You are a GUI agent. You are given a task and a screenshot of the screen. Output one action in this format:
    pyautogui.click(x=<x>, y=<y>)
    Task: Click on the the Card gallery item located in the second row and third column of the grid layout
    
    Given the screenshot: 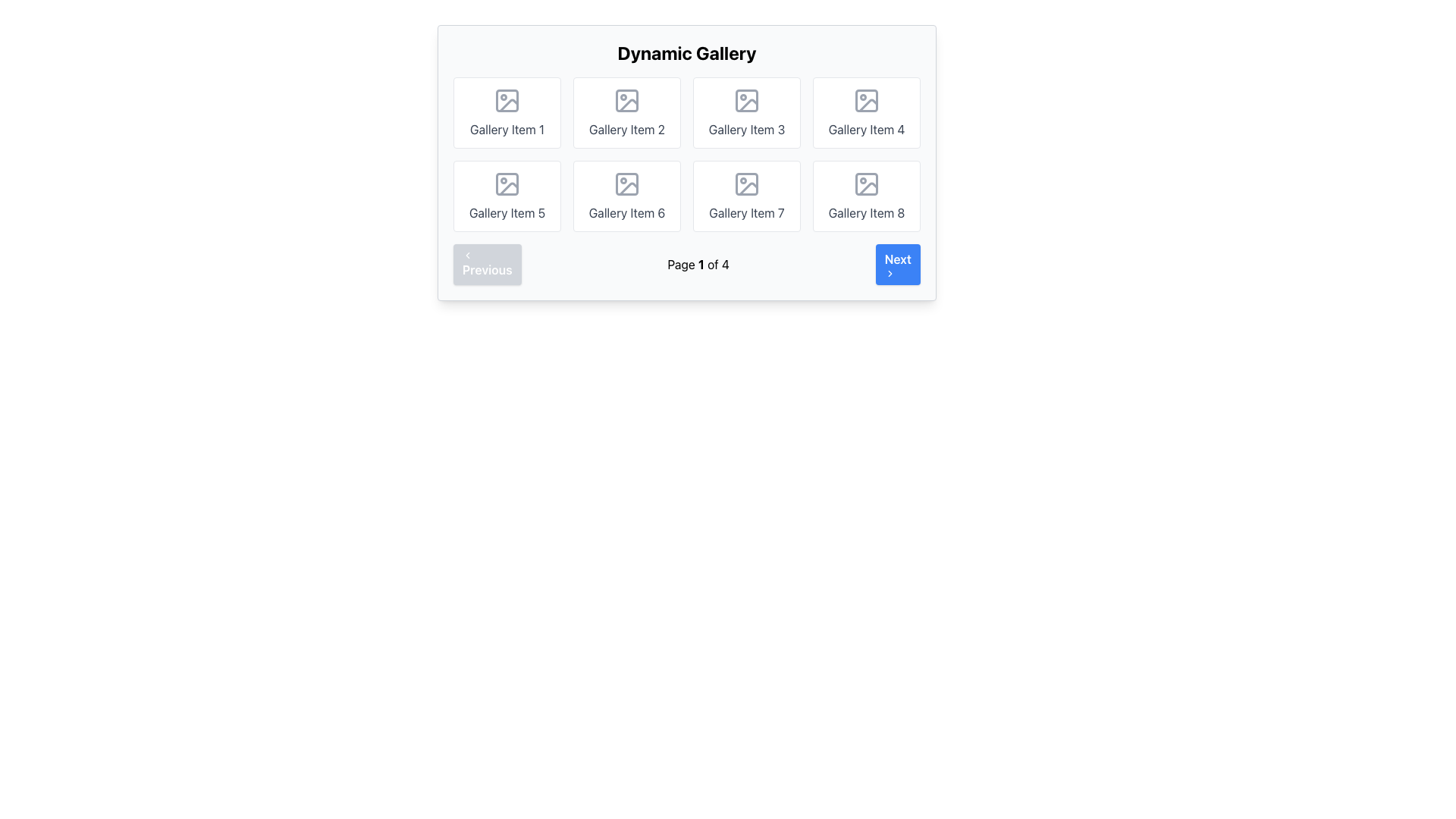 What is the action you would take?
    pyautogui.click(x=746, y=195)
    